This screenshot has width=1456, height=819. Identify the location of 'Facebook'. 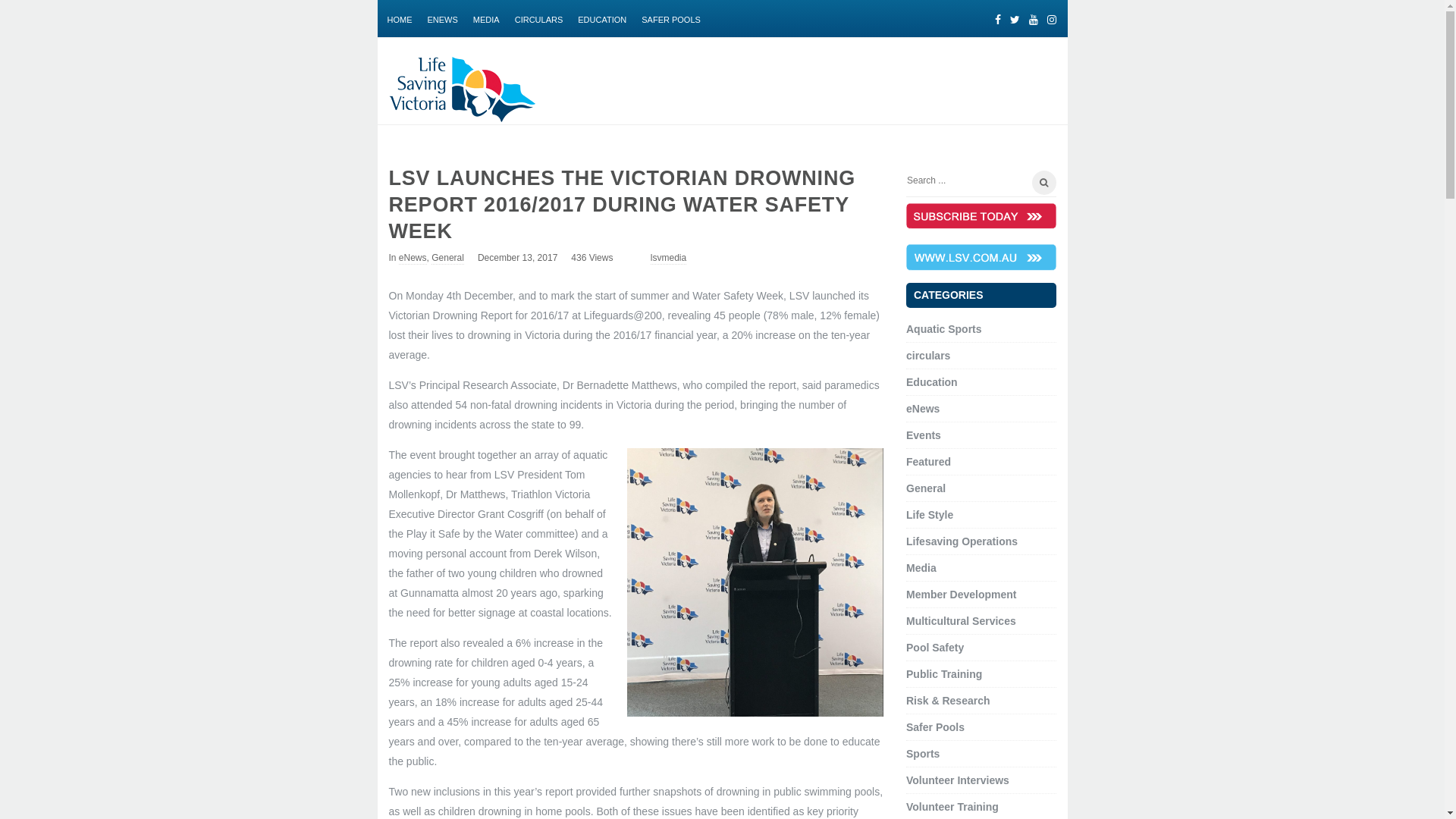
(997, 14).